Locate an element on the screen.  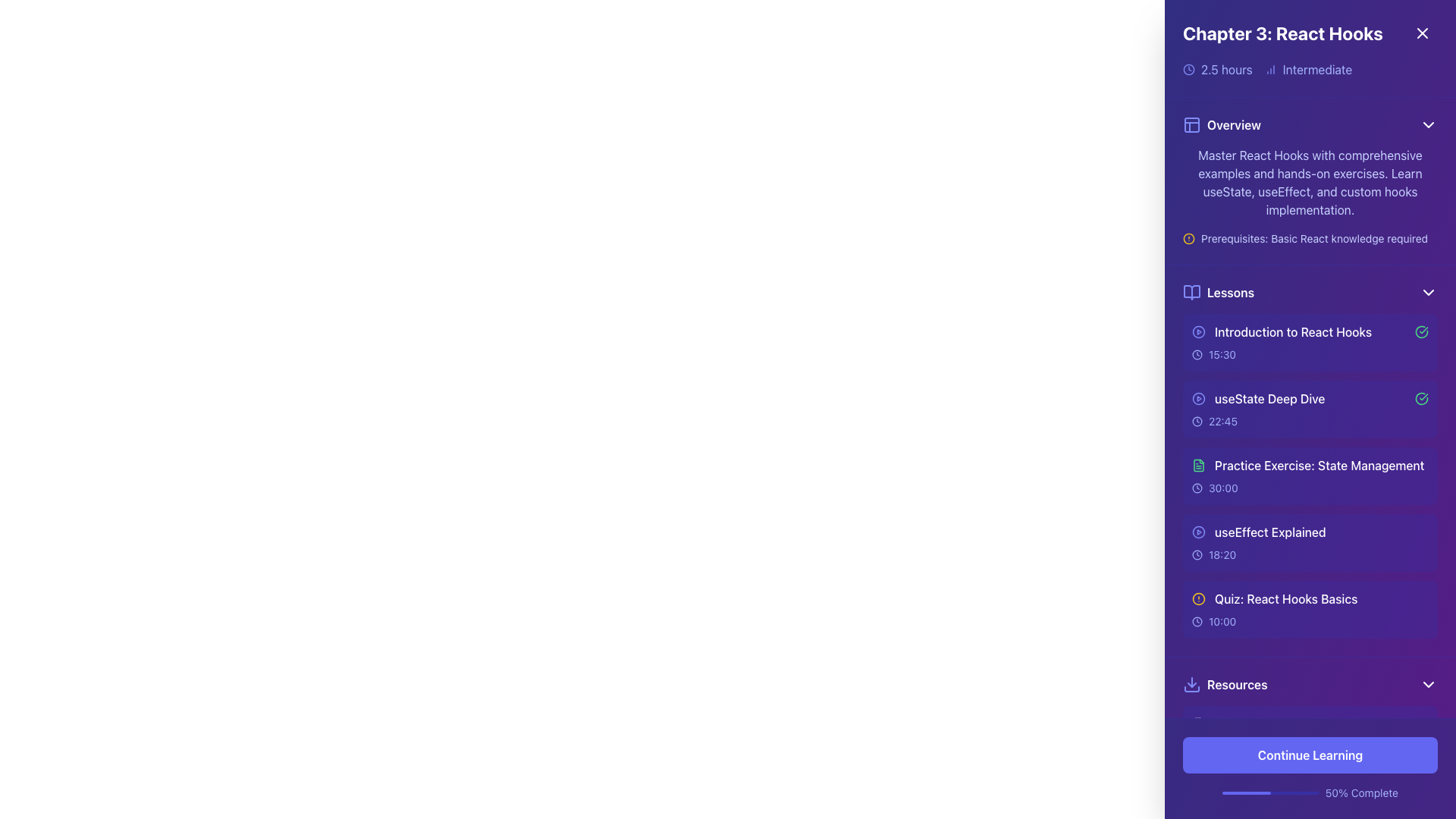
the list item containing the icon of a green document and the text 'Practice Exercise: State Management' is located at coordinates (1307, 464).